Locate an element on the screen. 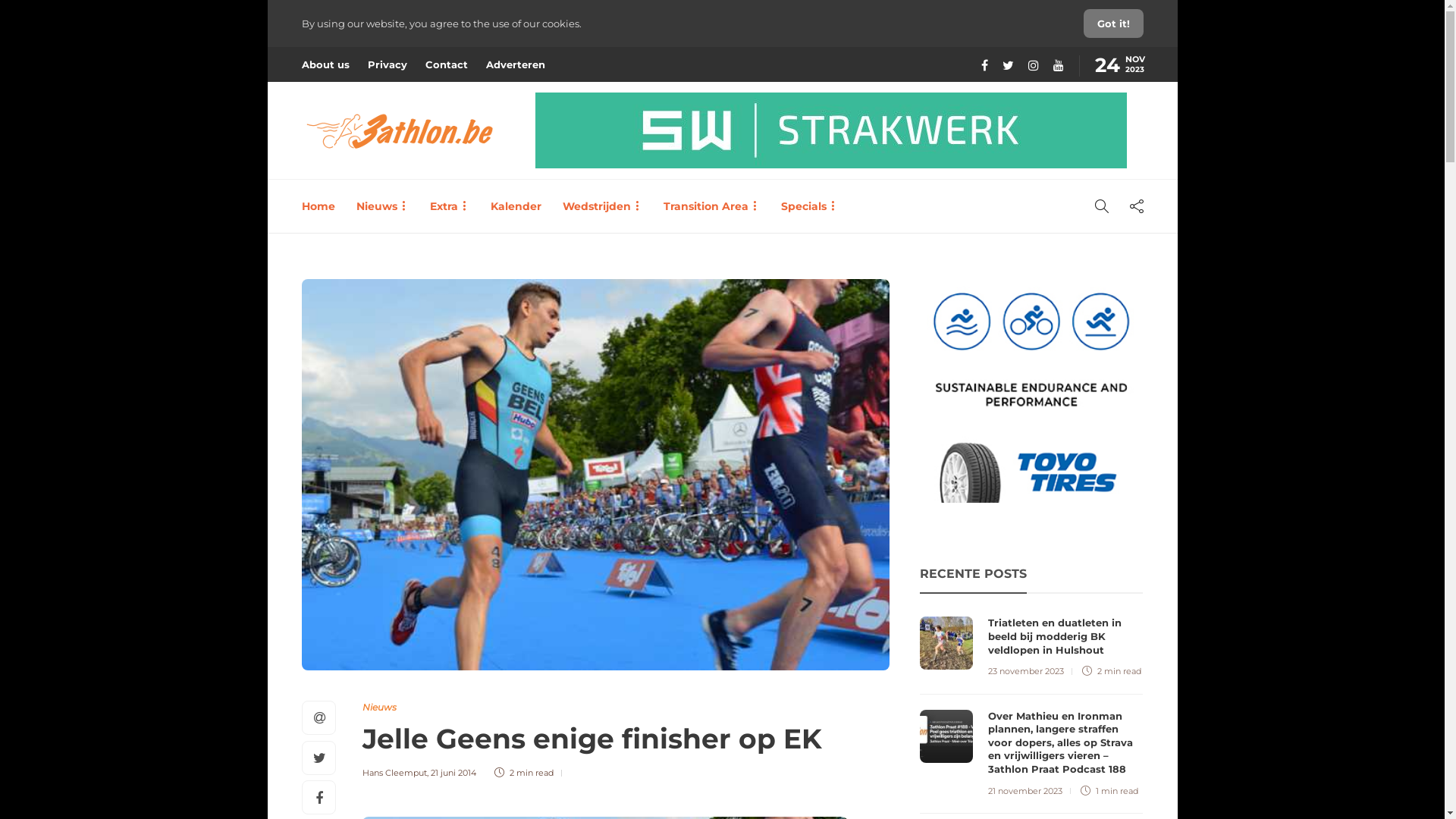 The height and width of the screenshot is (819, 1456). 'Hans Cleemput' is located at coordinates (394, 772).